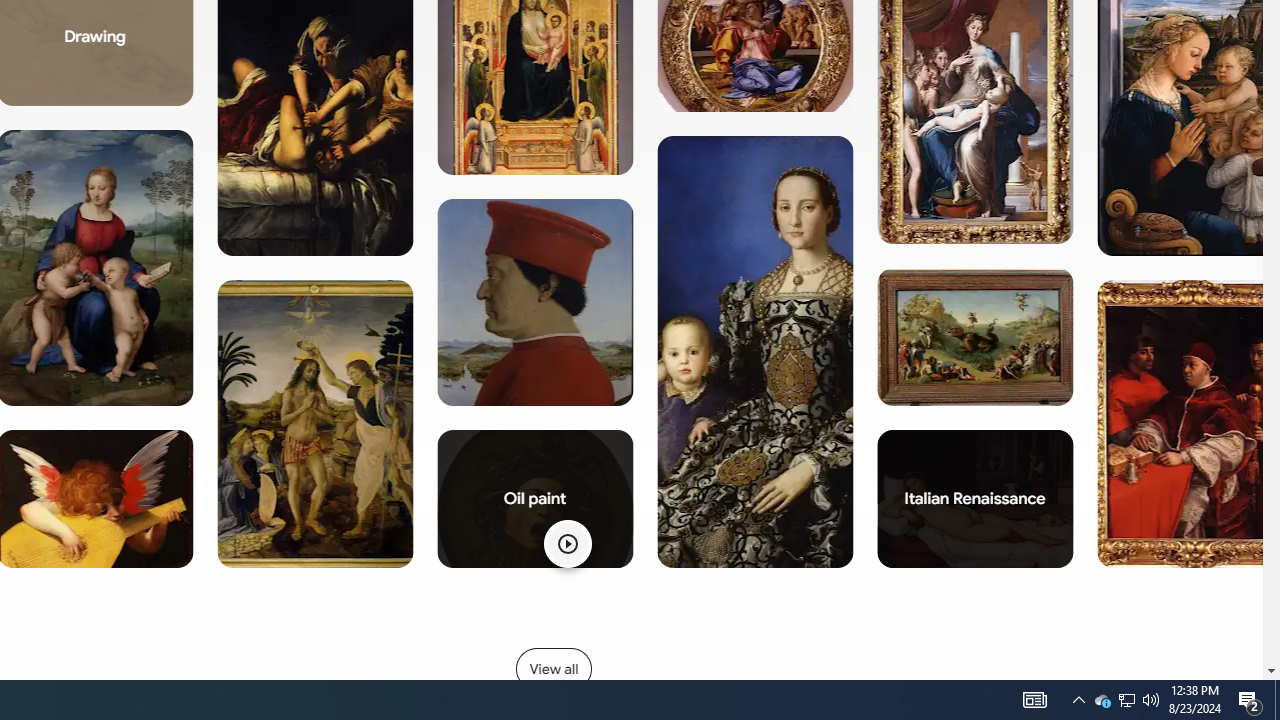  What do you see at coordinates (553, 668) in the screenshot?
I see `'View all'` at bounding box center [553, 668].